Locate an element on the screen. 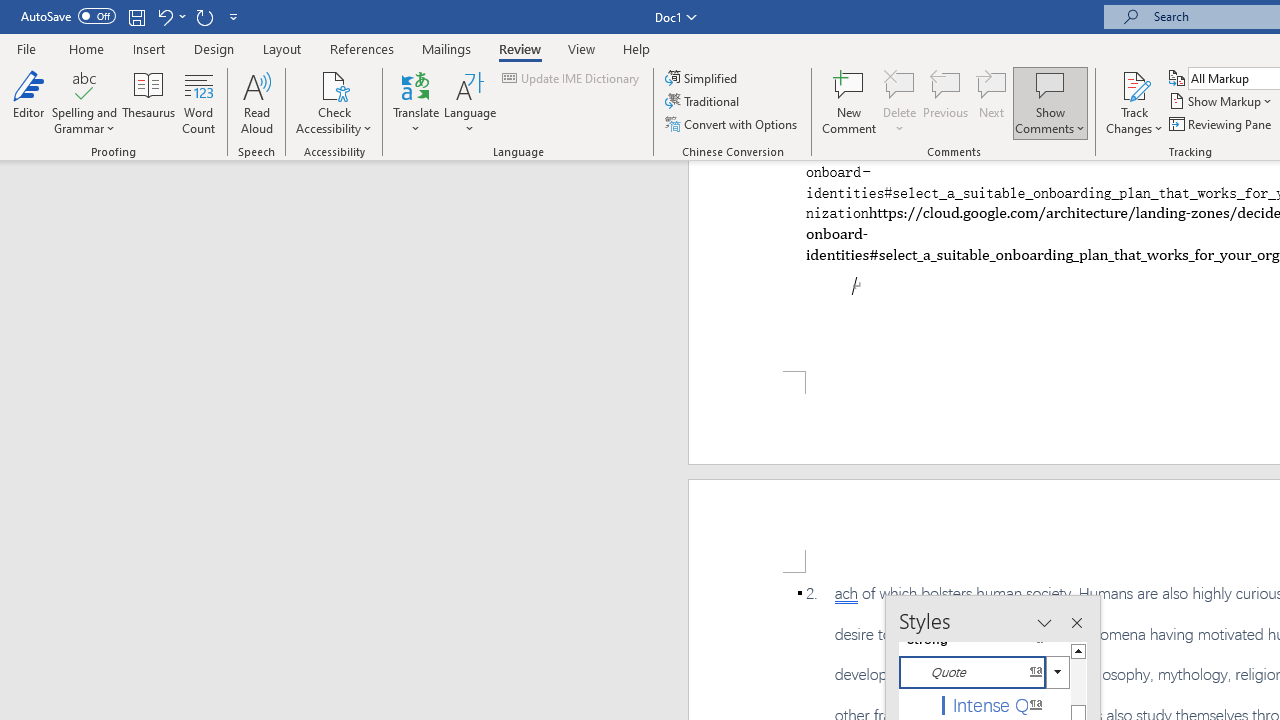 Image resolution: width=1280 pixels, height=720 pixels. 'Undo Style' is located at coordinates (170, 16).